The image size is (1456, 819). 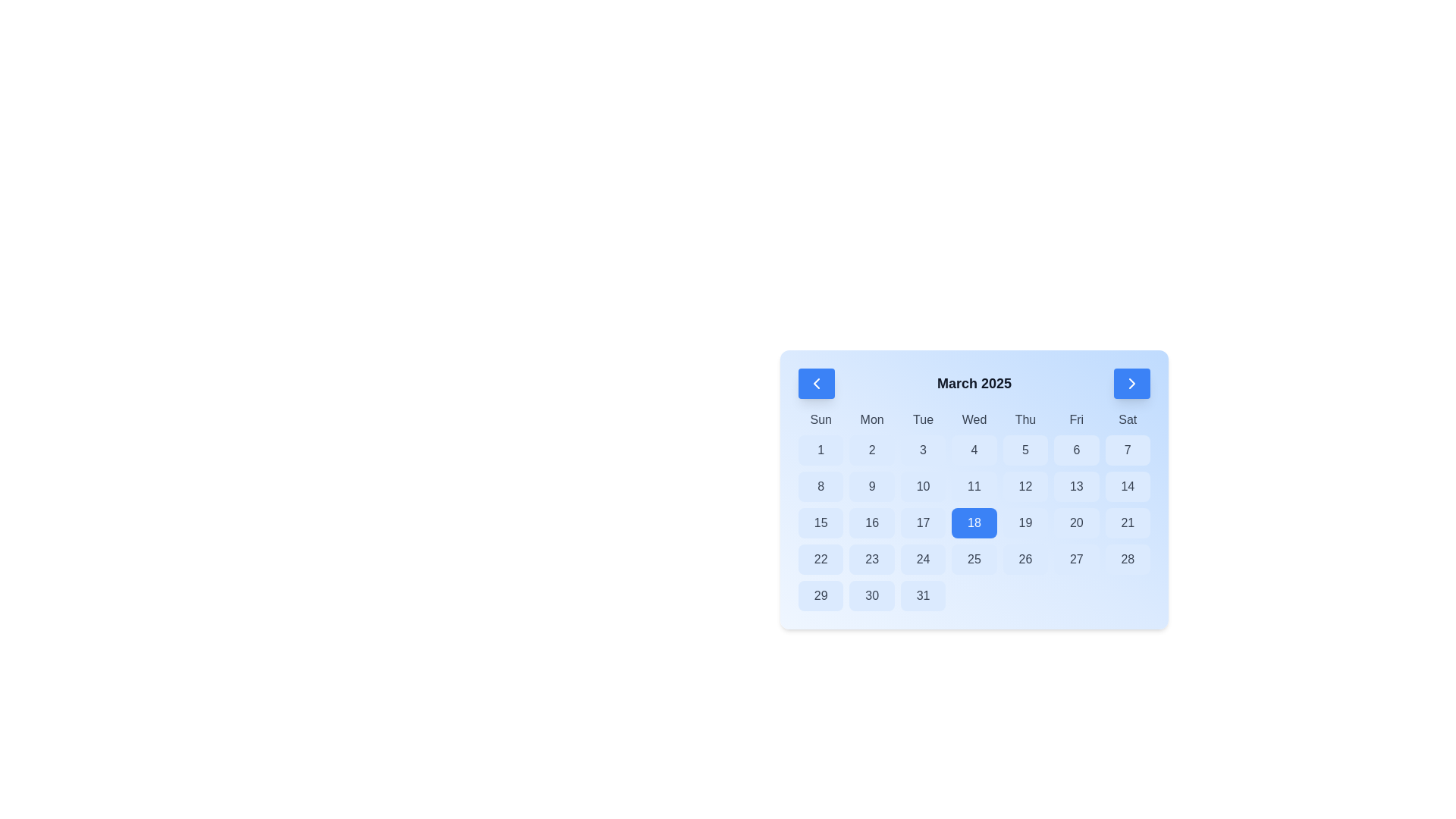 I want to click on the button for selecting the 20th day of the month in the calendar widget, located under the 'Fri' column, sixth box in its row, so click(x=1075, y=522).